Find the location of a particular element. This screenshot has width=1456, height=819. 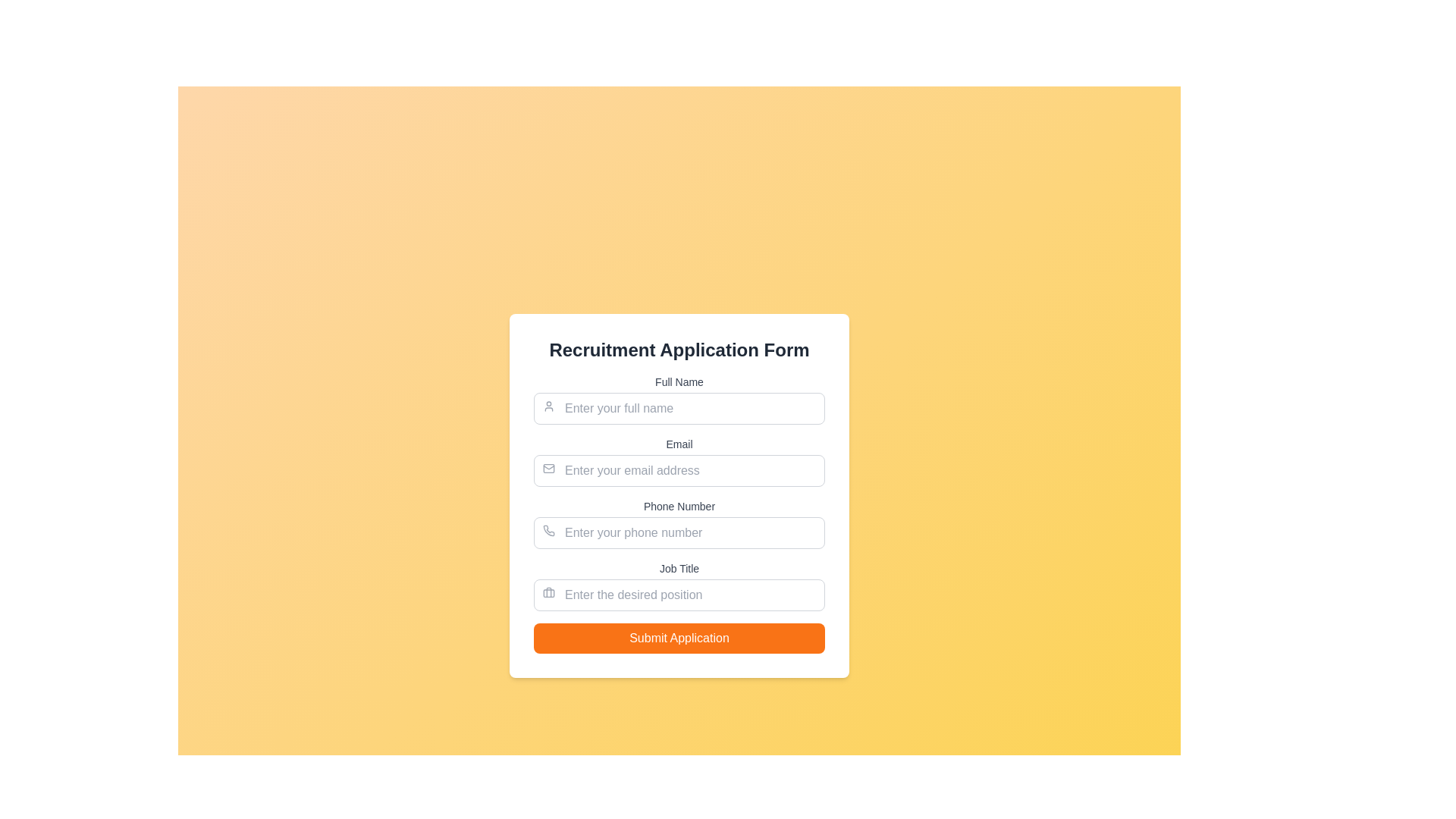

the 'Email' label to focus the associated input field below it is located at coordinates (679, 461).